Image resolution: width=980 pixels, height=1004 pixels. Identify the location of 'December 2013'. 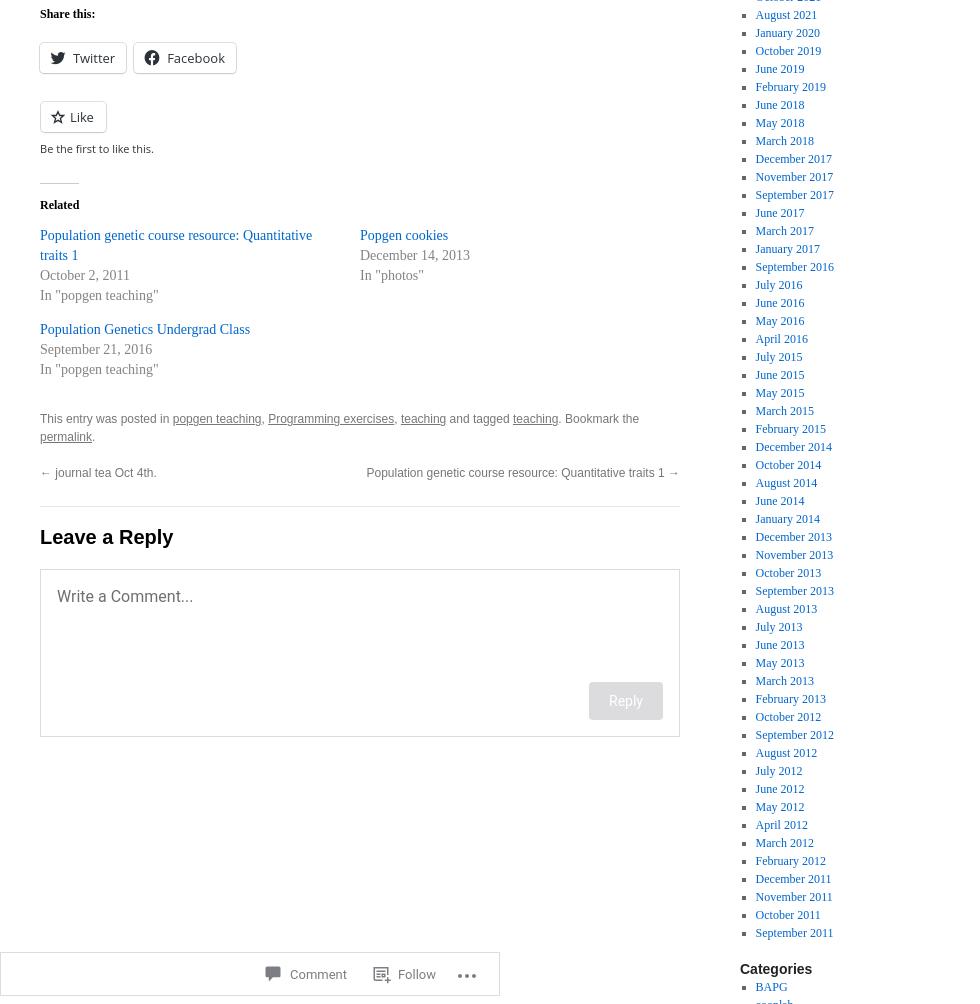
(793, 537).